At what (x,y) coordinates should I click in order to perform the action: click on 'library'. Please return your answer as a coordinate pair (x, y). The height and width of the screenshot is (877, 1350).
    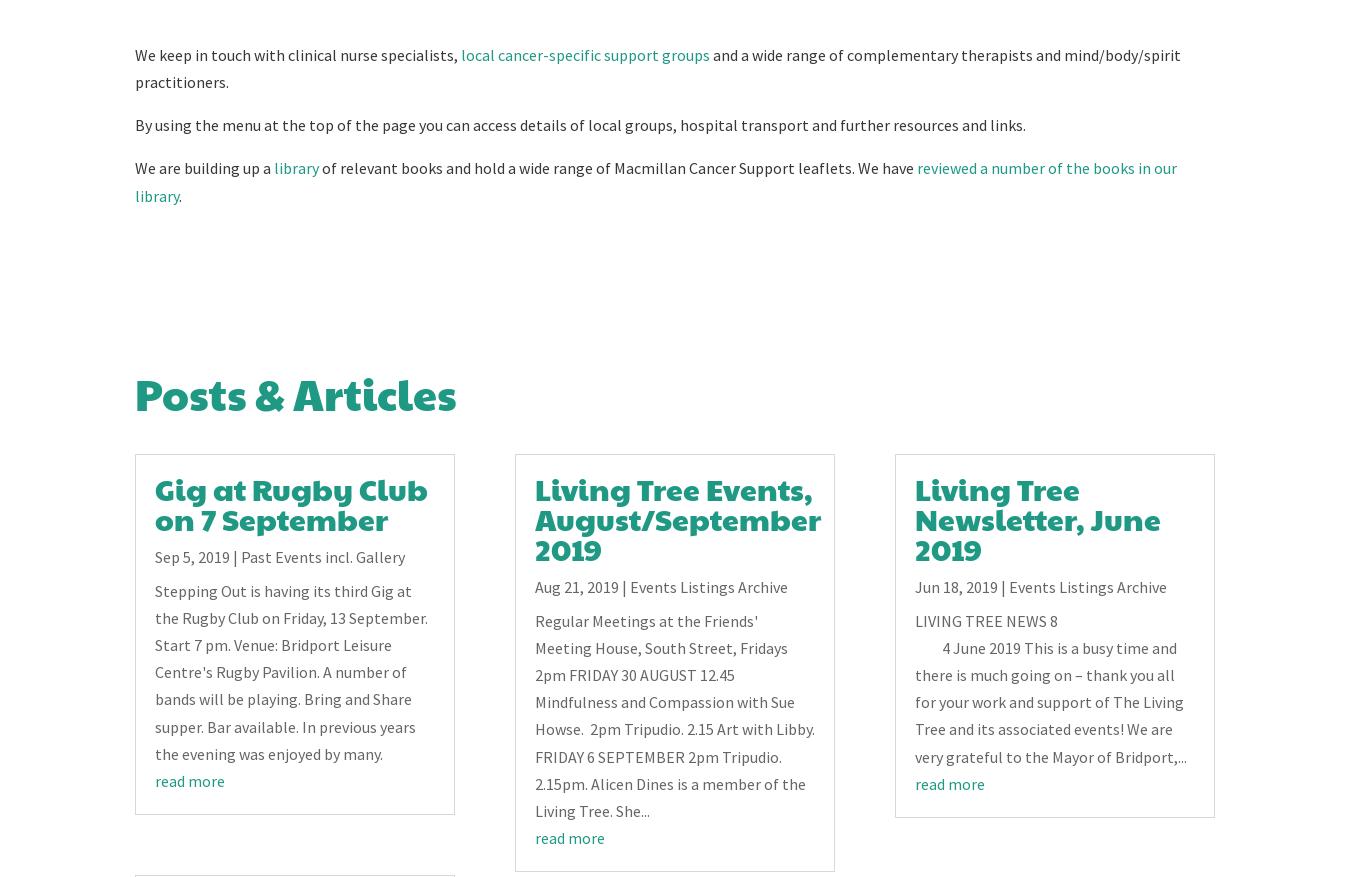
    Looking at the image, I should click on (273, 168).